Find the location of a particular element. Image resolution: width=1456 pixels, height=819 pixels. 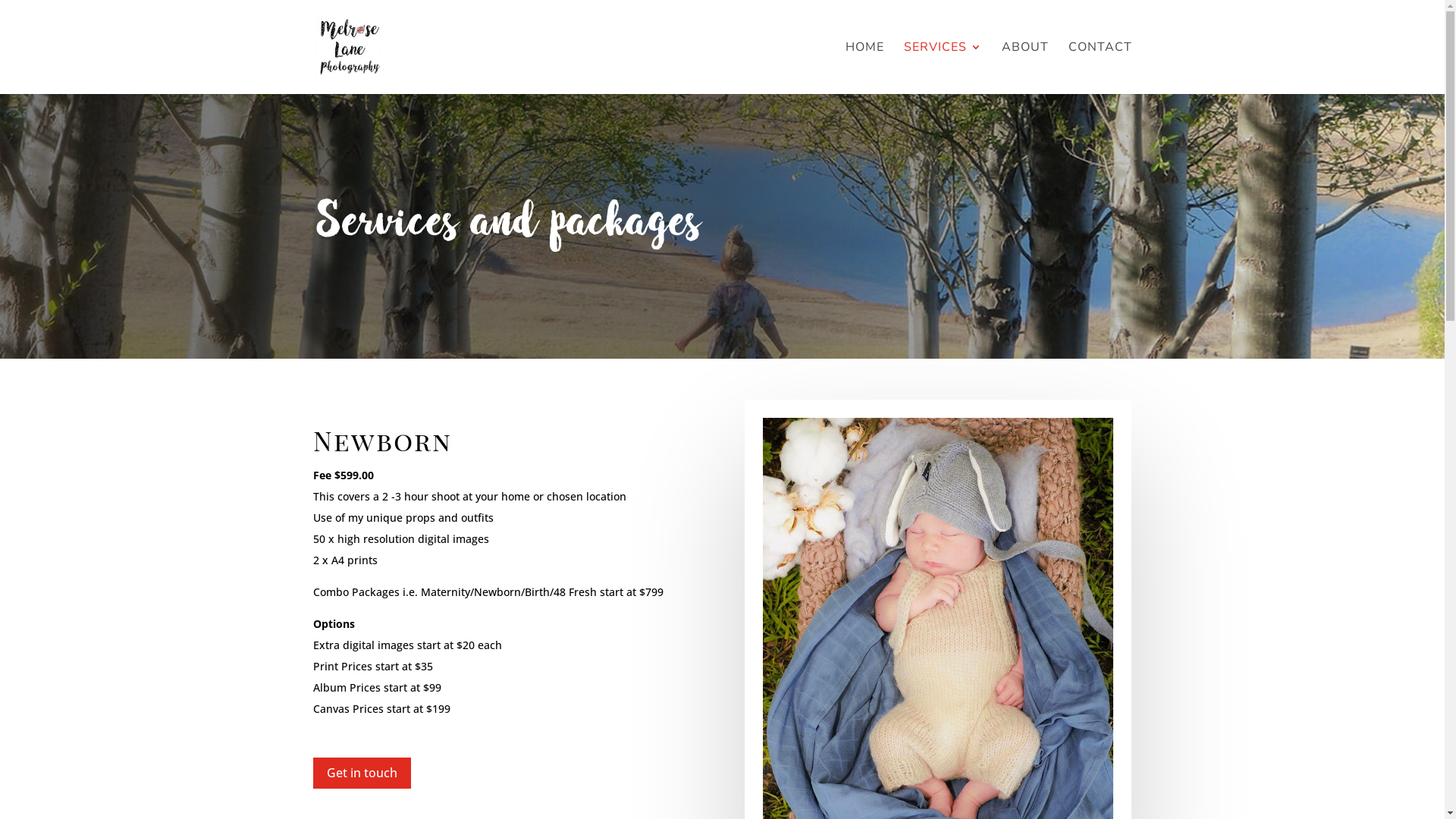

'HOME' is located at coordinates (864, 67).